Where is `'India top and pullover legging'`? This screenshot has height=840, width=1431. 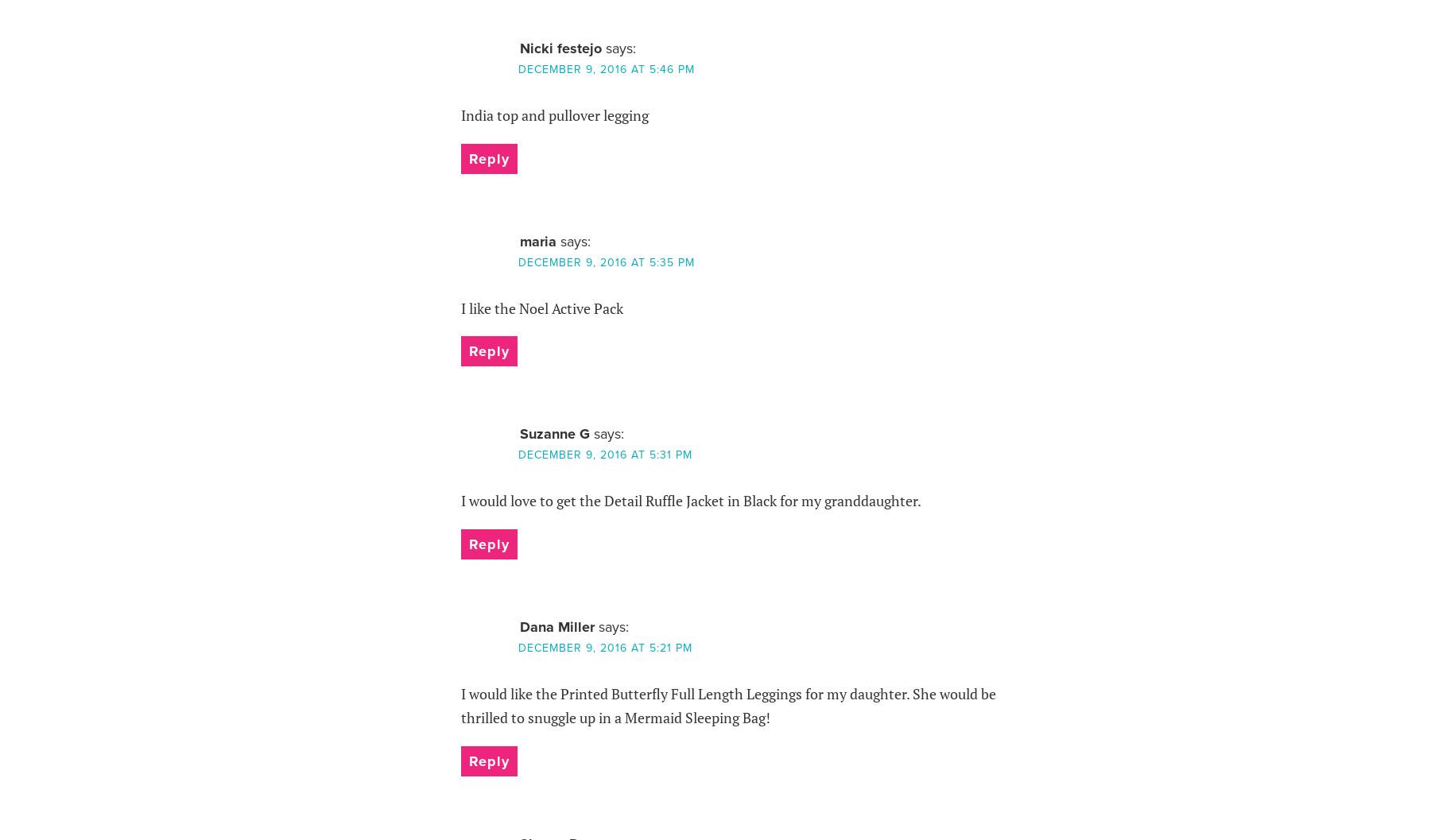
'India top and pullover legging' is located at coordinates (553, 114).